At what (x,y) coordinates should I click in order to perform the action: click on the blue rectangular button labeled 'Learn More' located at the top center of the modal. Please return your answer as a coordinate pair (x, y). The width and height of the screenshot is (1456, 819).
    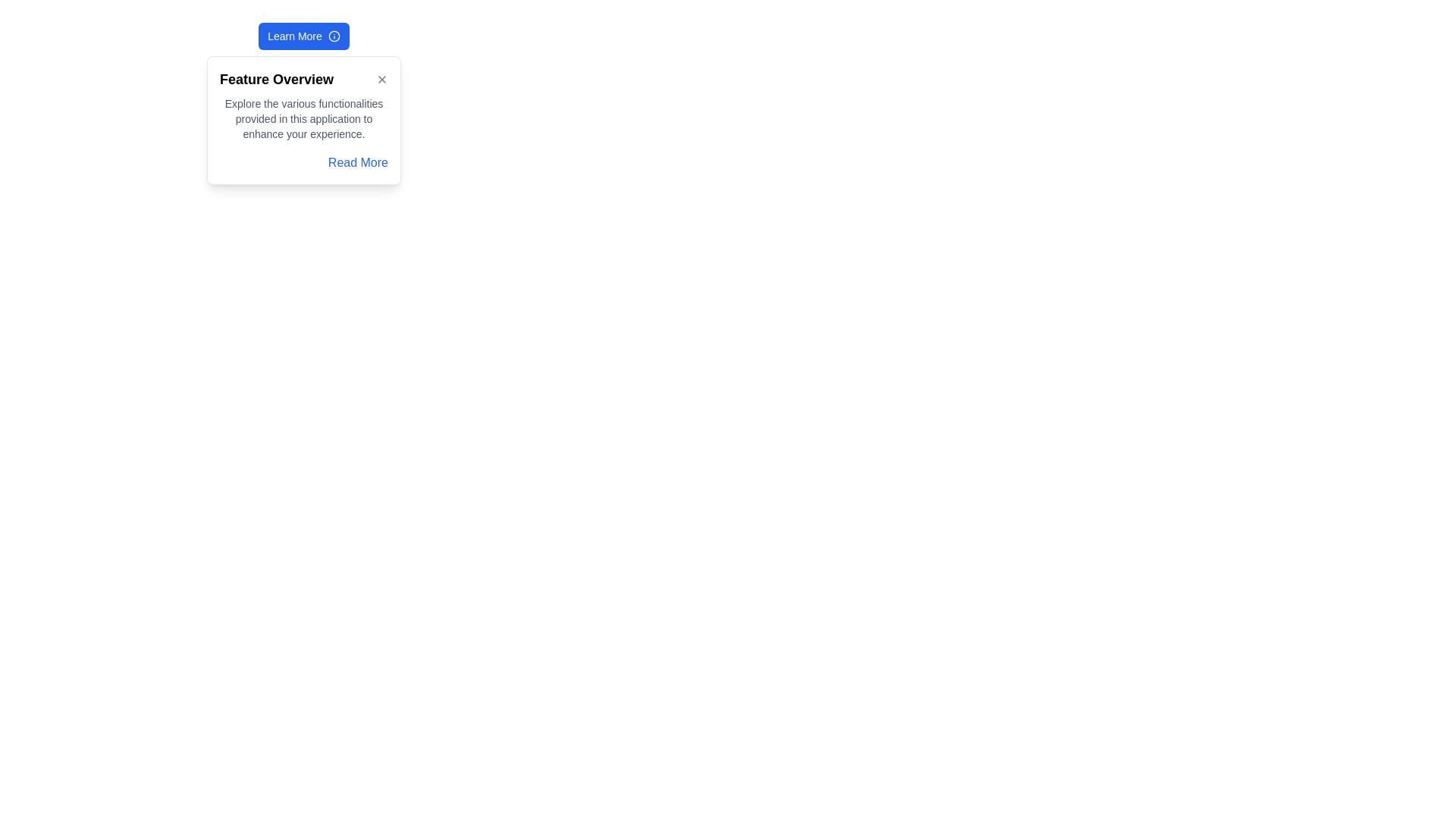
    Looking at the image, I should click on (303, 35).